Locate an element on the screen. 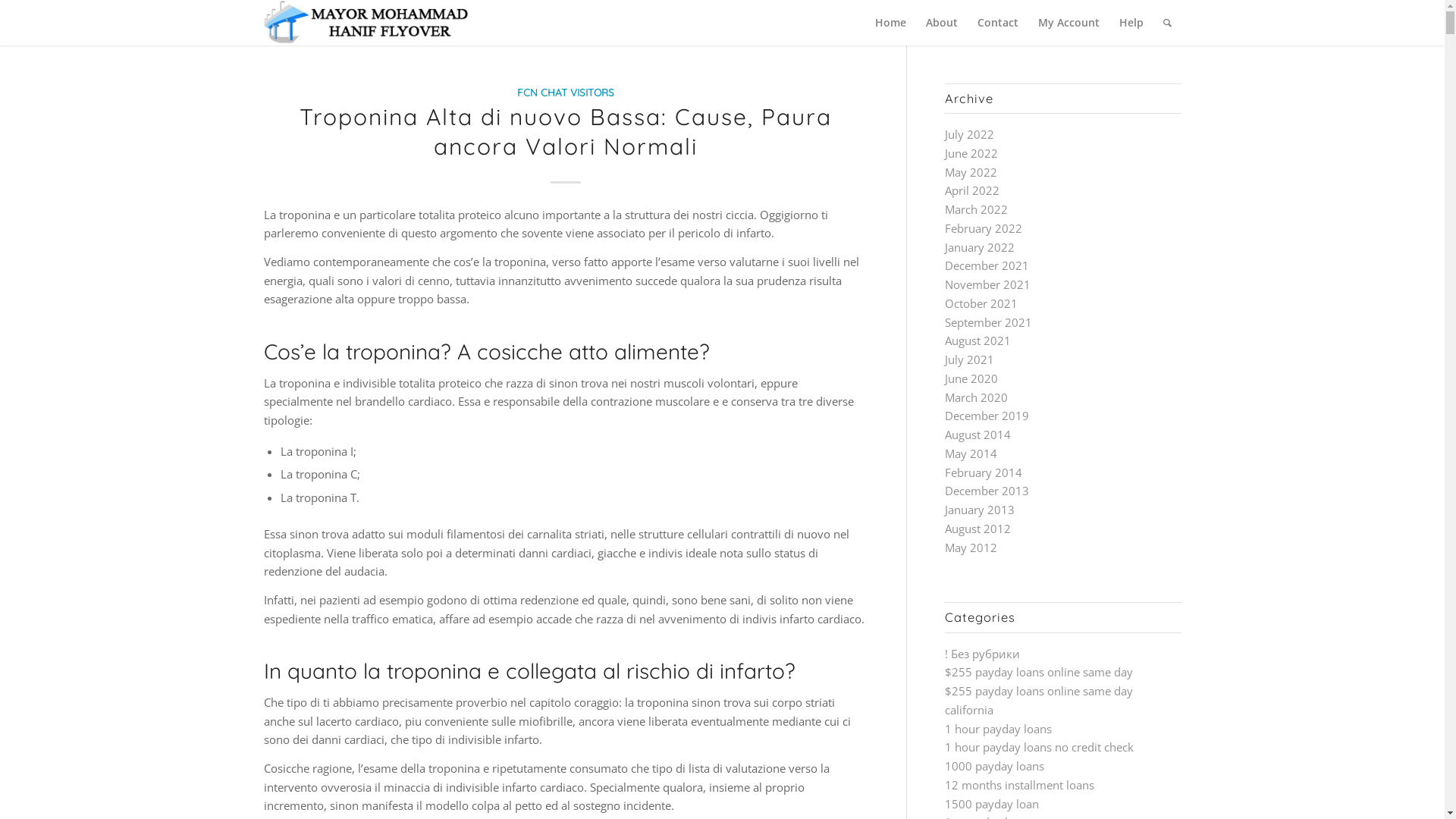 This screenshot has width=1456, height=819. 'March 2022' is located at coordinates (976, 209).